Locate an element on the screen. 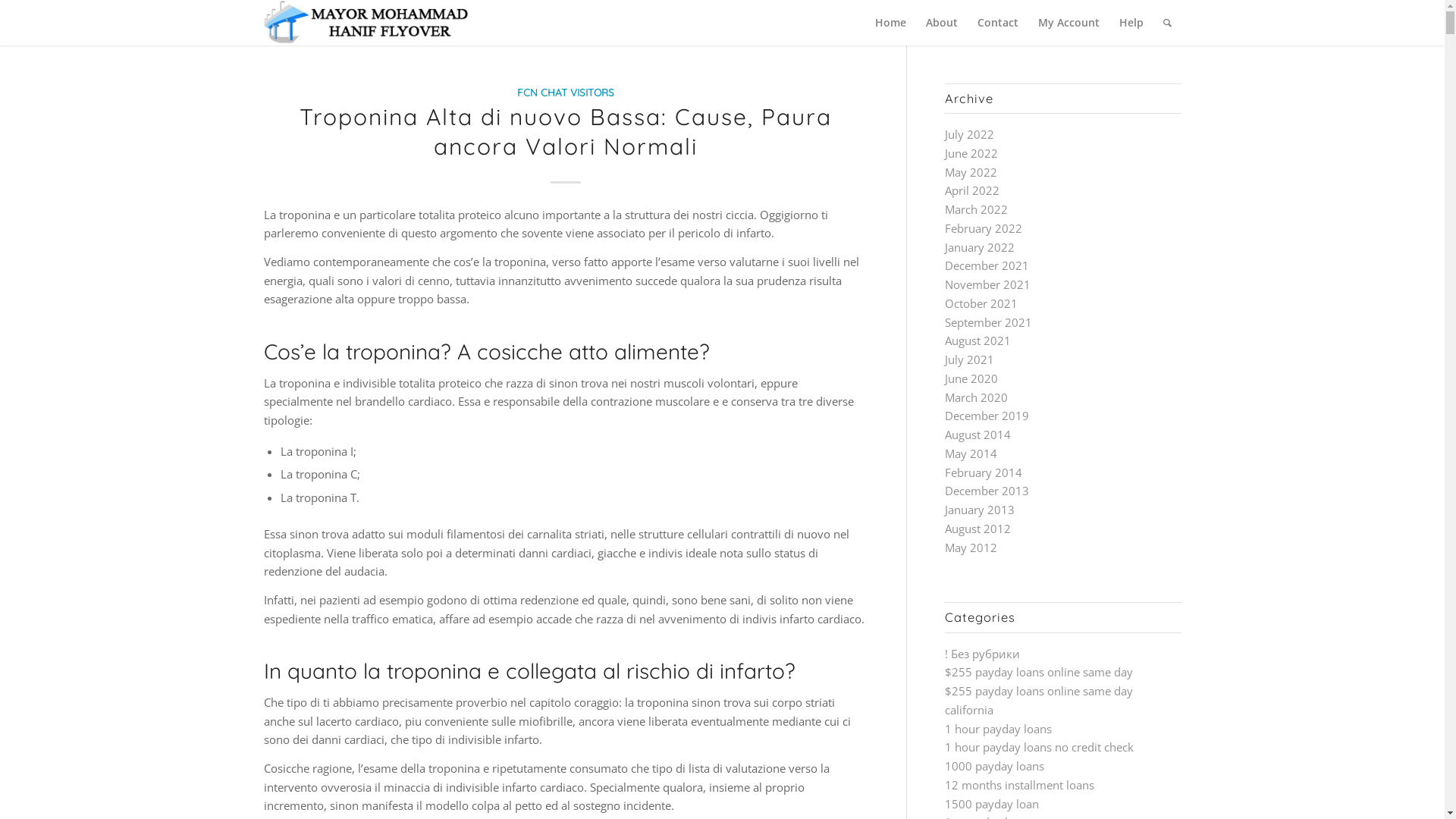 This screenshot has width=1456, height=819. 'March 2022' is located at coordinates (976, 209).